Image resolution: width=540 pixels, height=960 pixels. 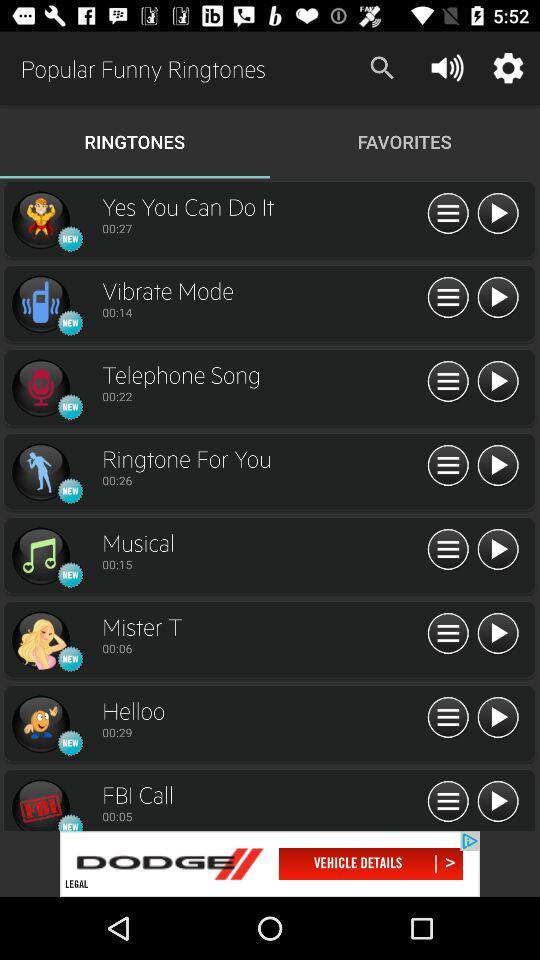 I want to click on show all info, so click(x=448, y=381).